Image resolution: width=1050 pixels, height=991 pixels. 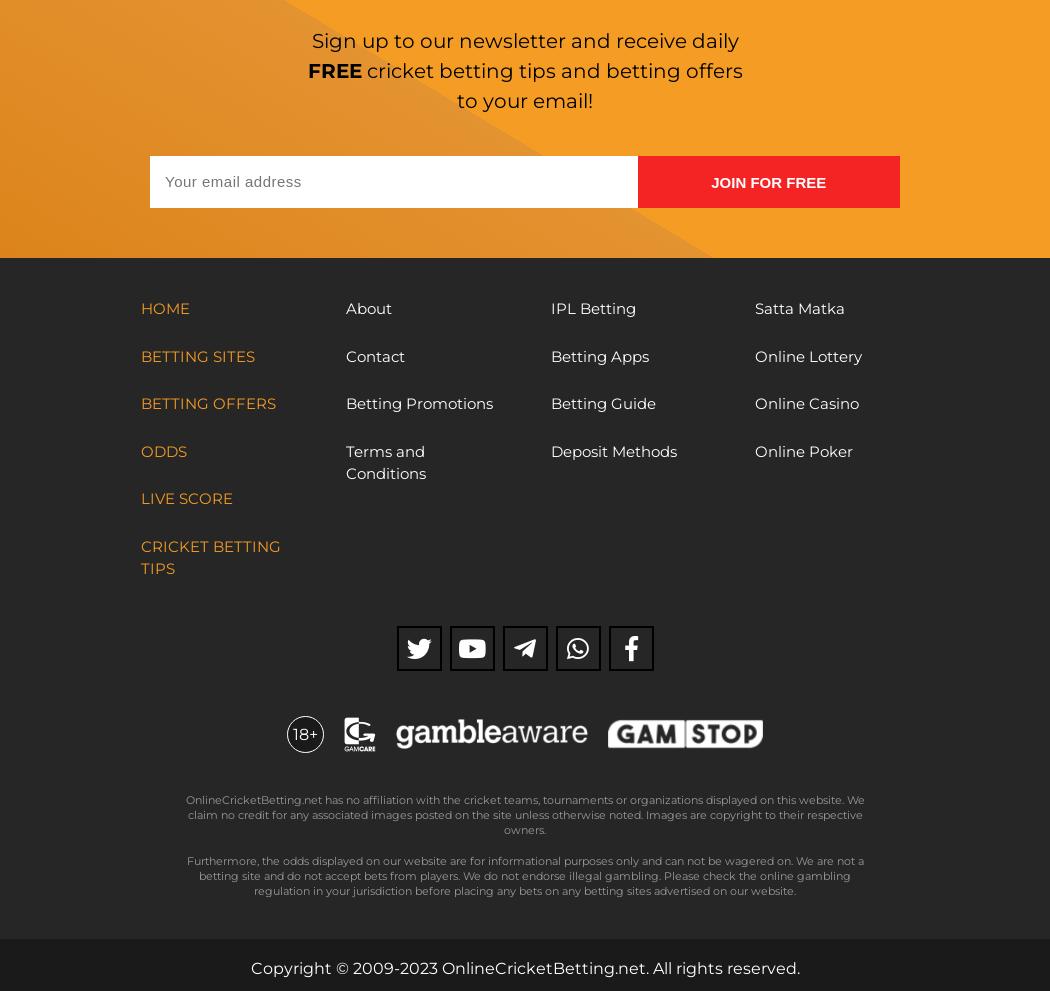 I want to click on 'Betting Offers', so click(x=207, y=402).